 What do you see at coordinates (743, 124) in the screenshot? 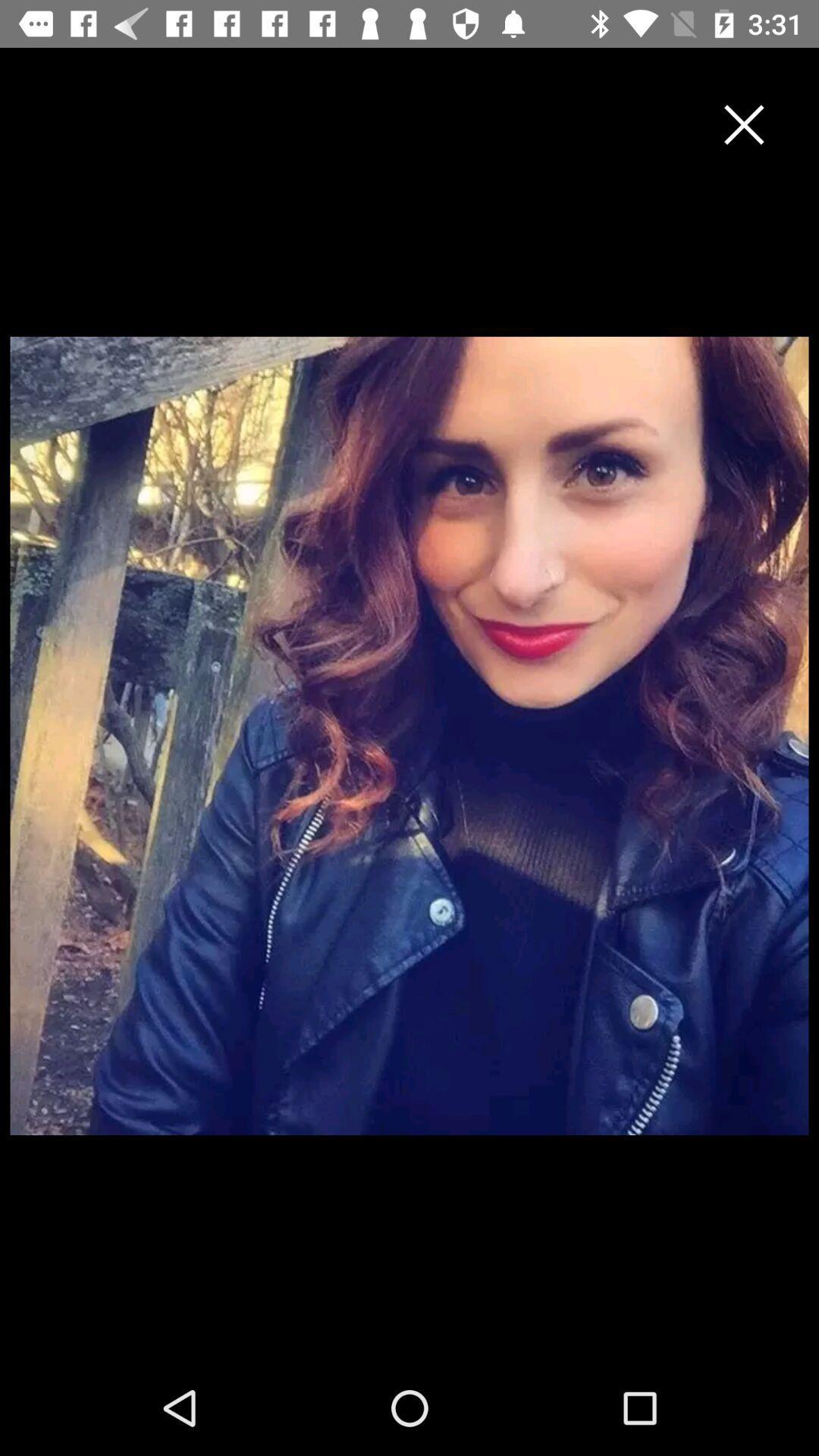
I see `the close icon` at bounding box center [743, 124].